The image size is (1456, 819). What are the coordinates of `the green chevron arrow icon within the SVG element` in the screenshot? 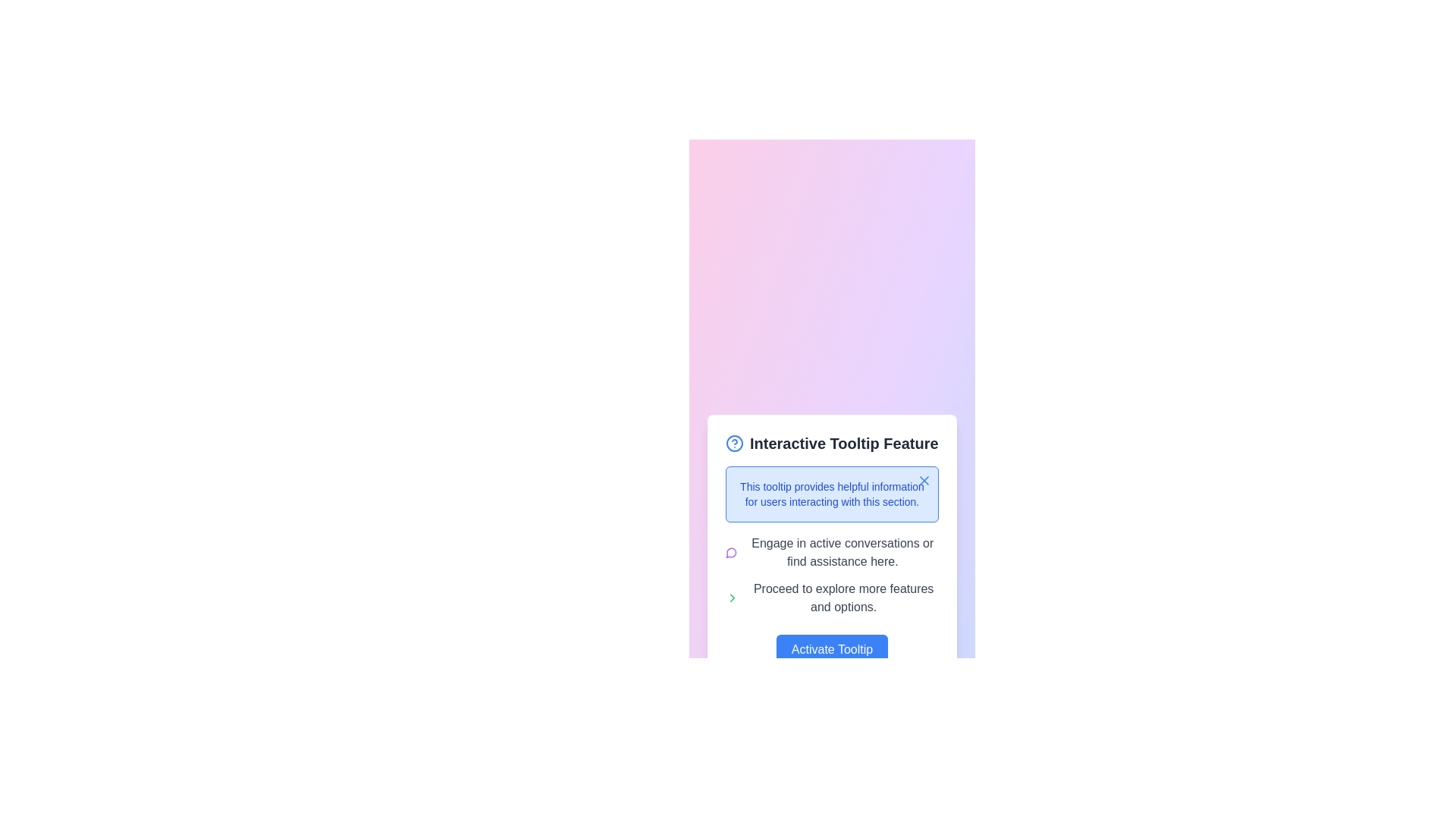 It's located at (733, 598).